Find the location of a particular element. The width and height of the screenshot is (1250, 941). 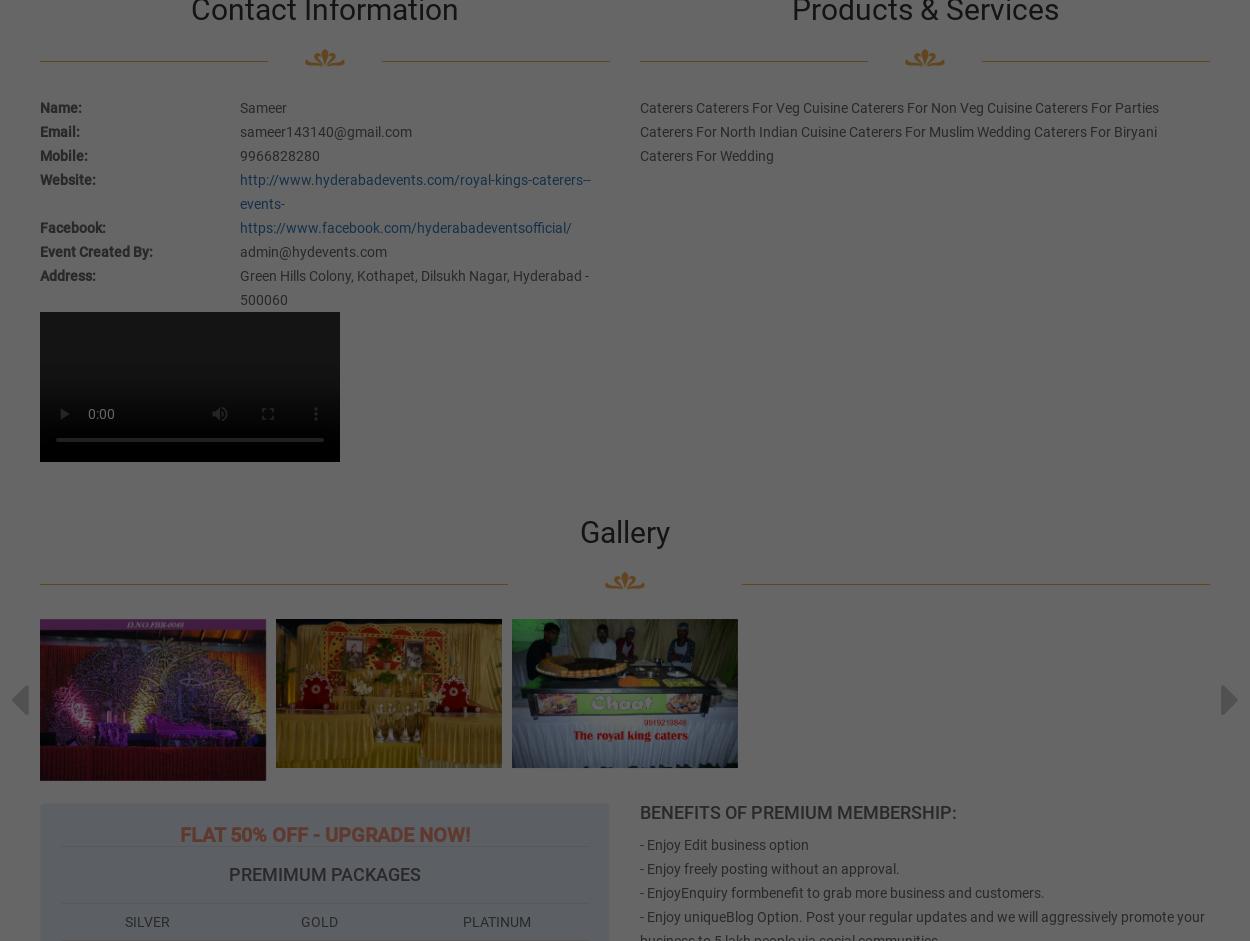

'sameer143140@gmail.com' is located at coordinates (324, 129).